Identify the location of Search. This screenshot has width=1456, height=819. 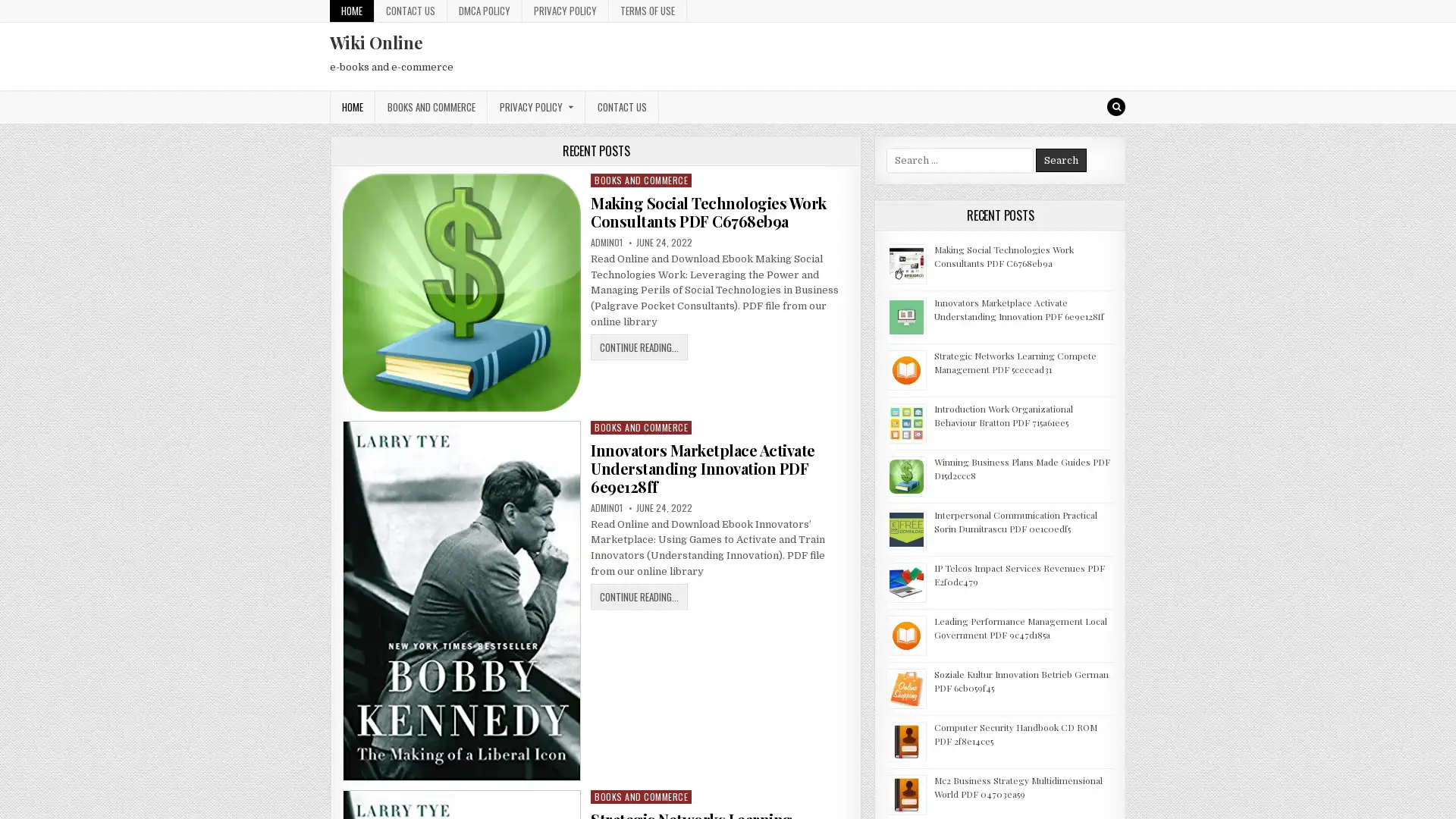
(1060, 160).